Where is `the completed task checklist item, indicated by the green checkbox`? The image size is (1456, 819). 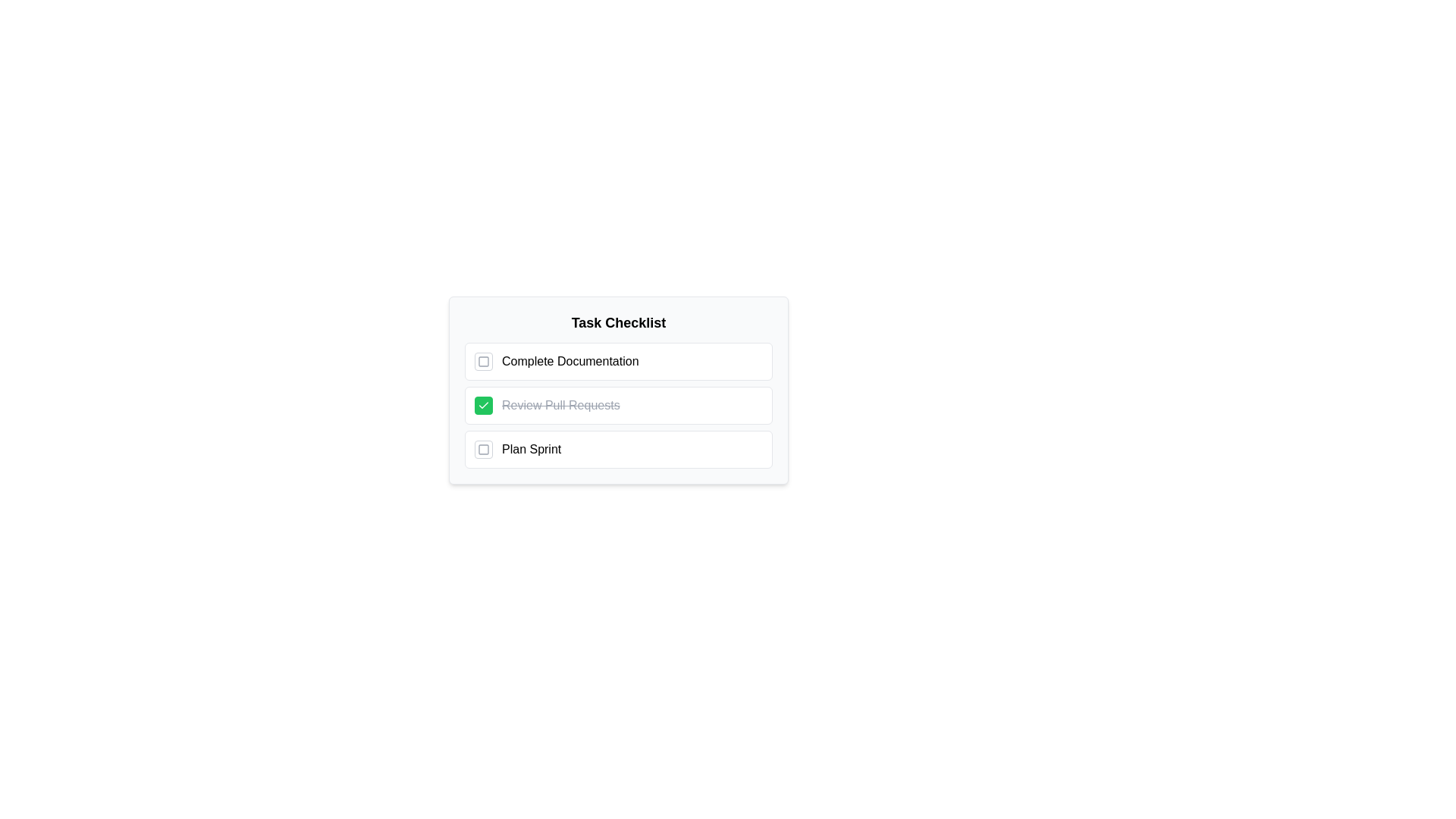
the completed task checklist item, indicated by the green checkbox is located at coordinates (619, 390).